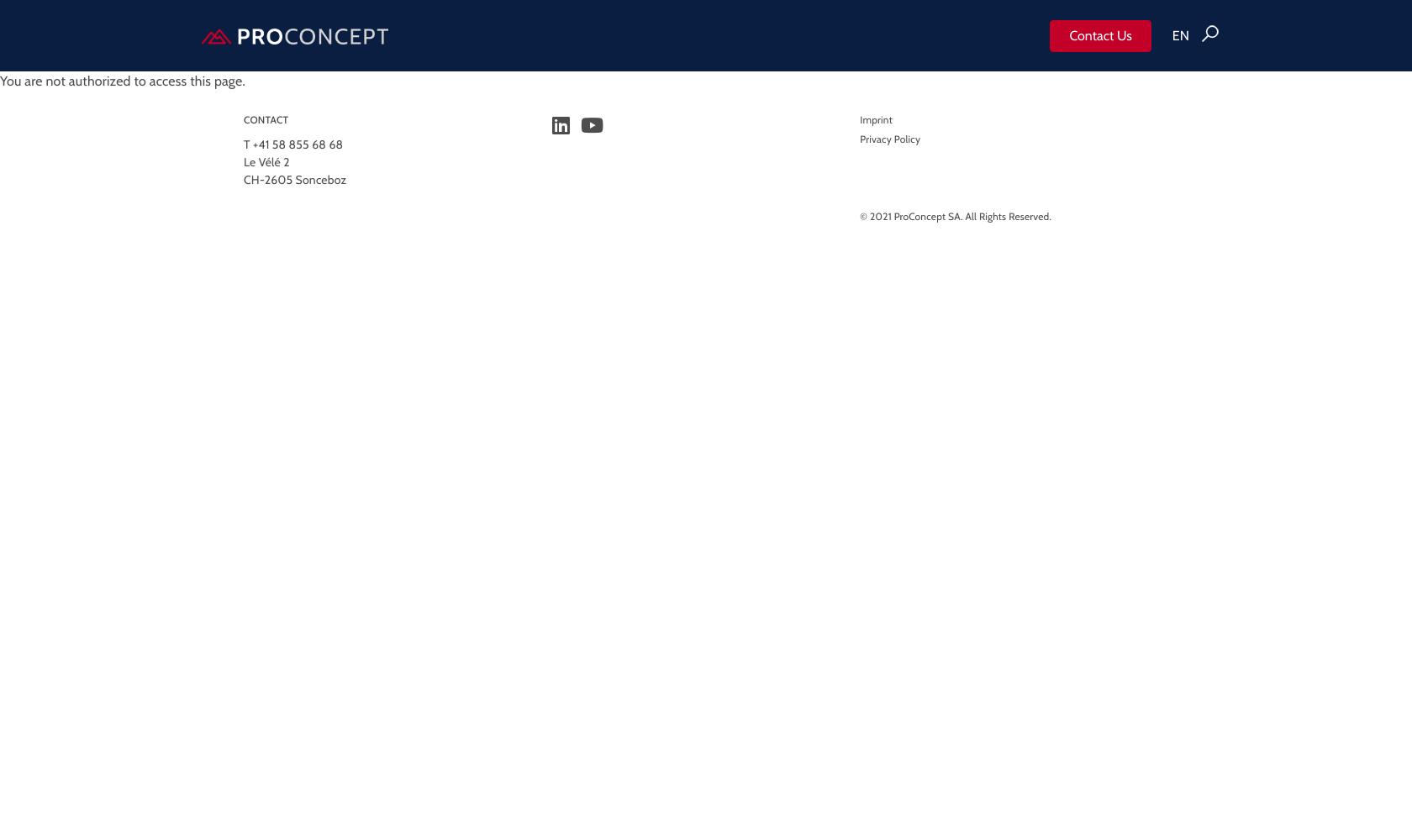 The image size is (1412, 840). I want to click on 'CONTACT', so click(266, 119).